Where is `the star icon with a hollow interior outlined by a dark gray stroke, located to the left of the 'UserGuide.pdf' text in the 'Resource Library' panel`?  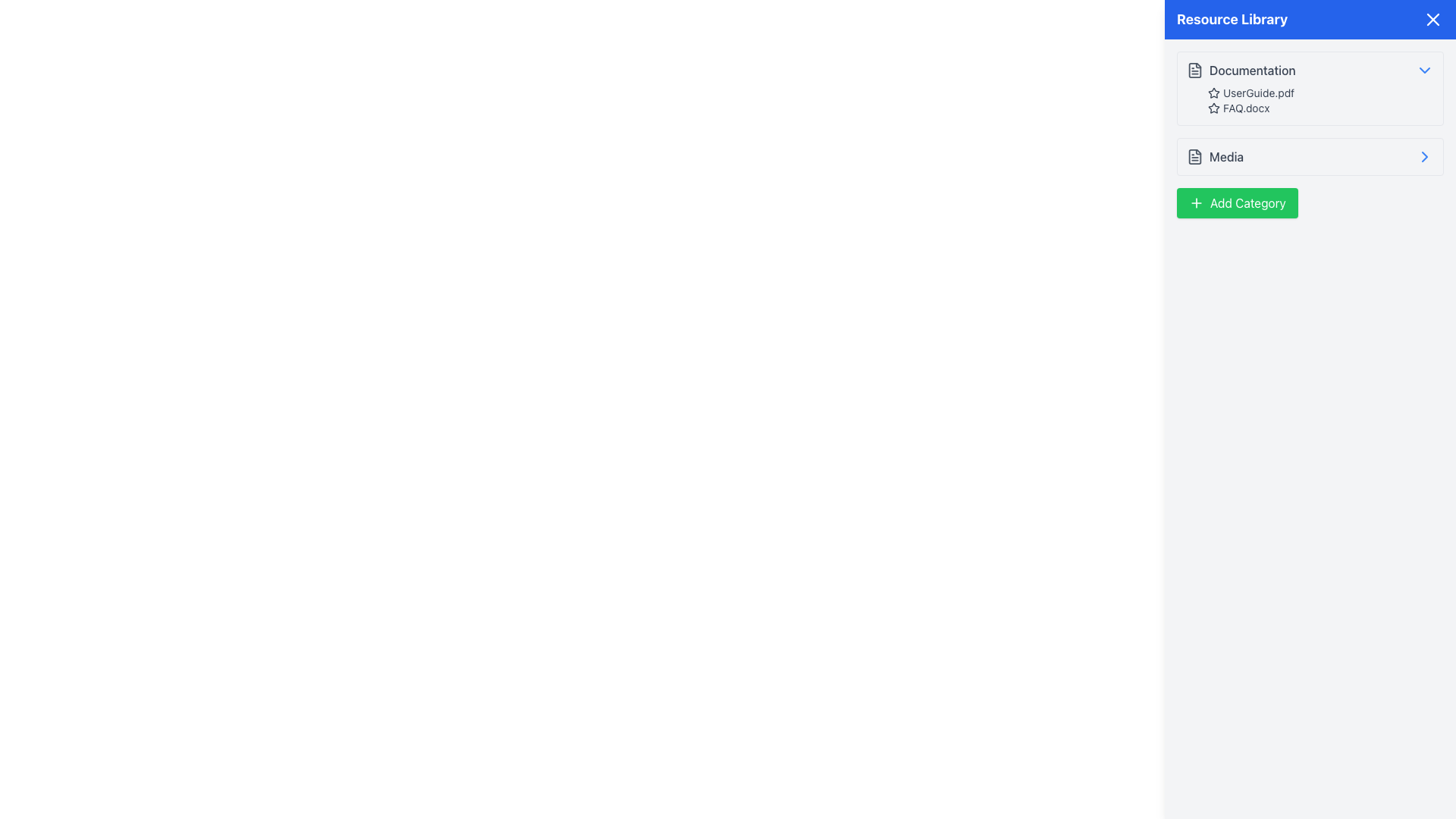
the star icon with a hollow interior outlined by a dark gray stroke, located to the left of the 'UserGuide.pdf' text in the 'Resource Library' panel is located at coordinates (1214, 93).